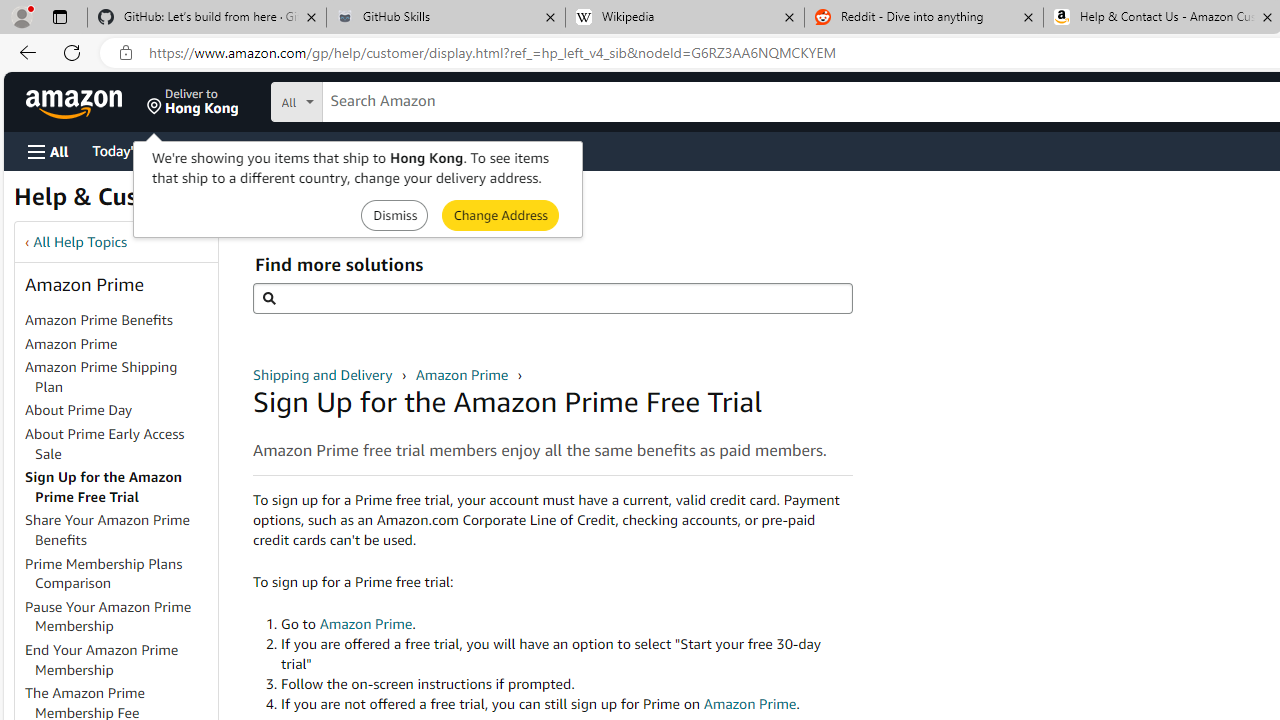 This screenshot has width=1280, height=720. What do you see at coordinates (325, 374) in the screenshot?
I see `'Shipping and Delivery '` at bounding box center [325, 374].